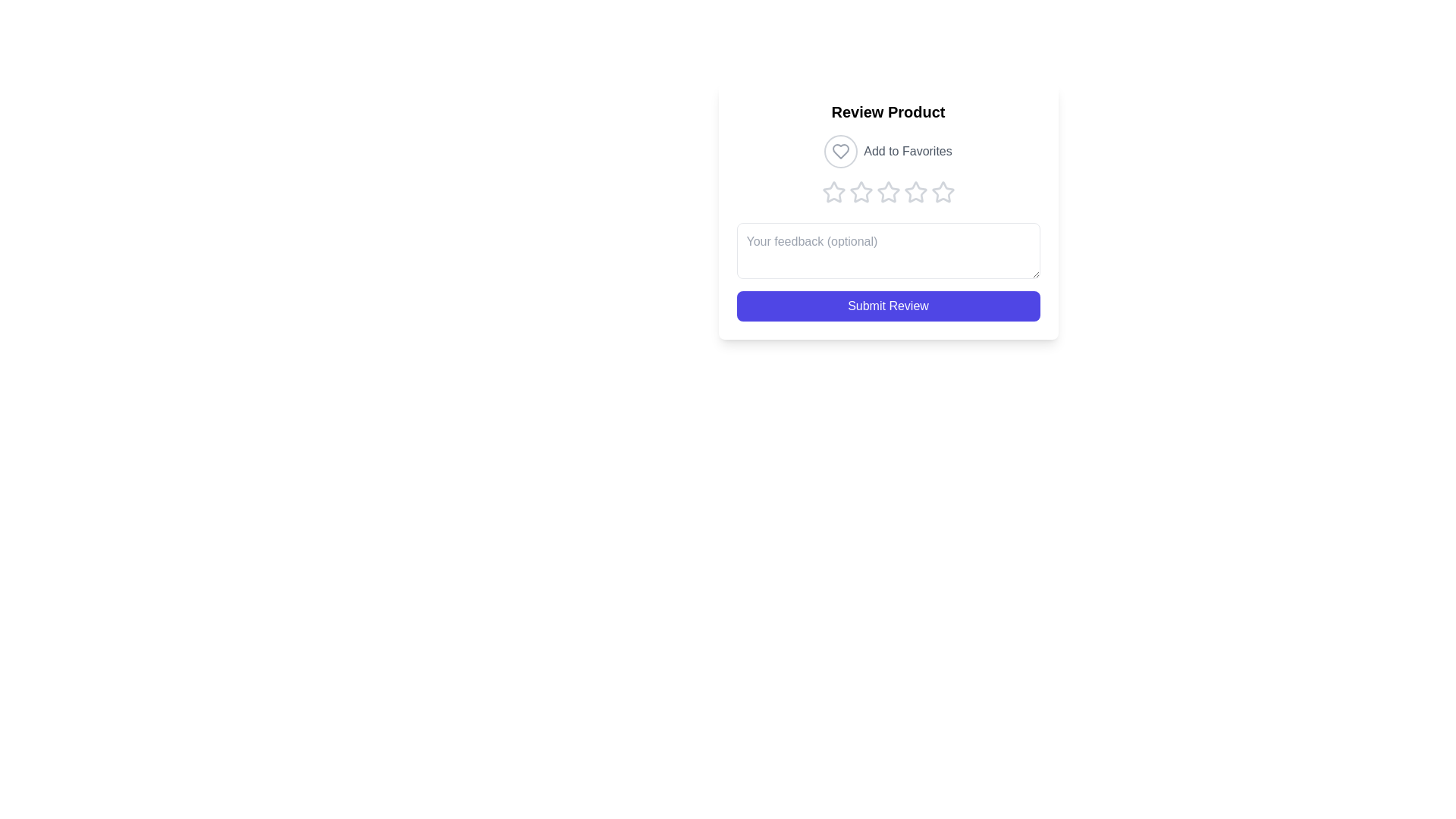  I want to click on the 'Submit Review' button, which has rounded corners and a purple background, so click(888, 306).